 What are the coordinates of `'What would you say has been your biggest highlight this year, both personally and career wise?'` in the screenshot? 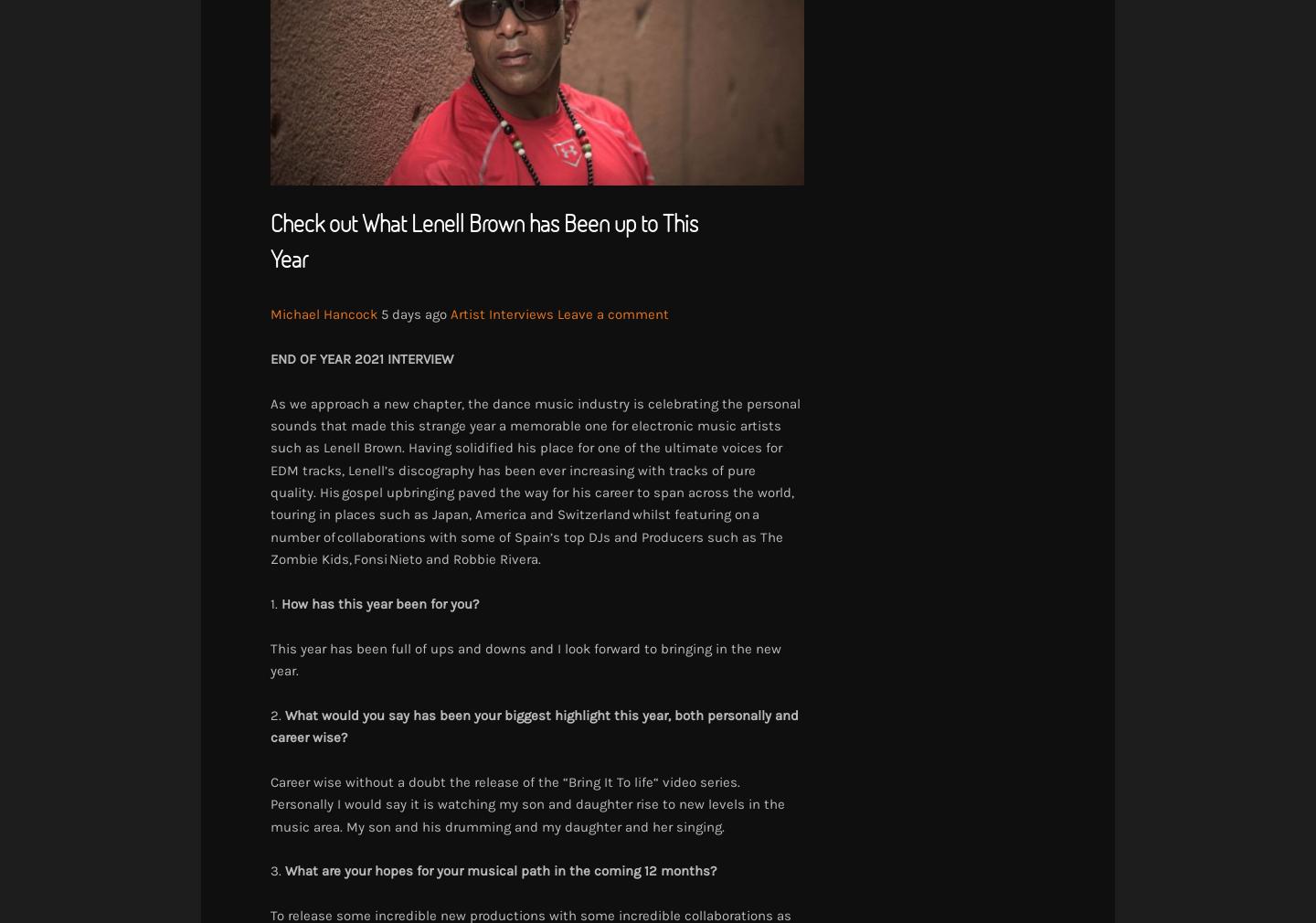 It's located at (534, 726).